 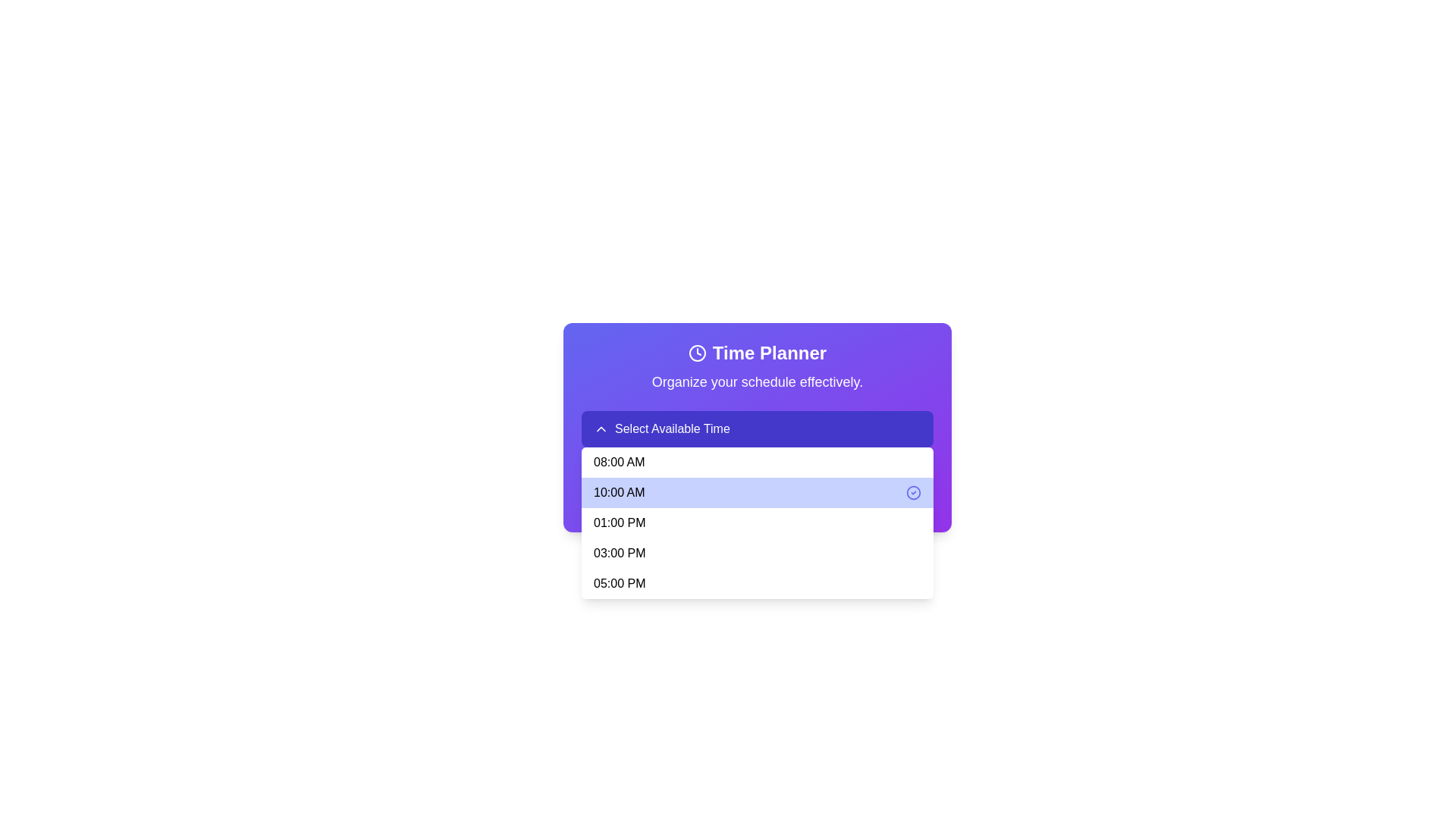 What do you see at coordinates (620, 522) in the screenshot?
I see `the text label displaying '01:00 PM' which is the third item in the dropdown list of time entries` at bounding box center [620, 522].